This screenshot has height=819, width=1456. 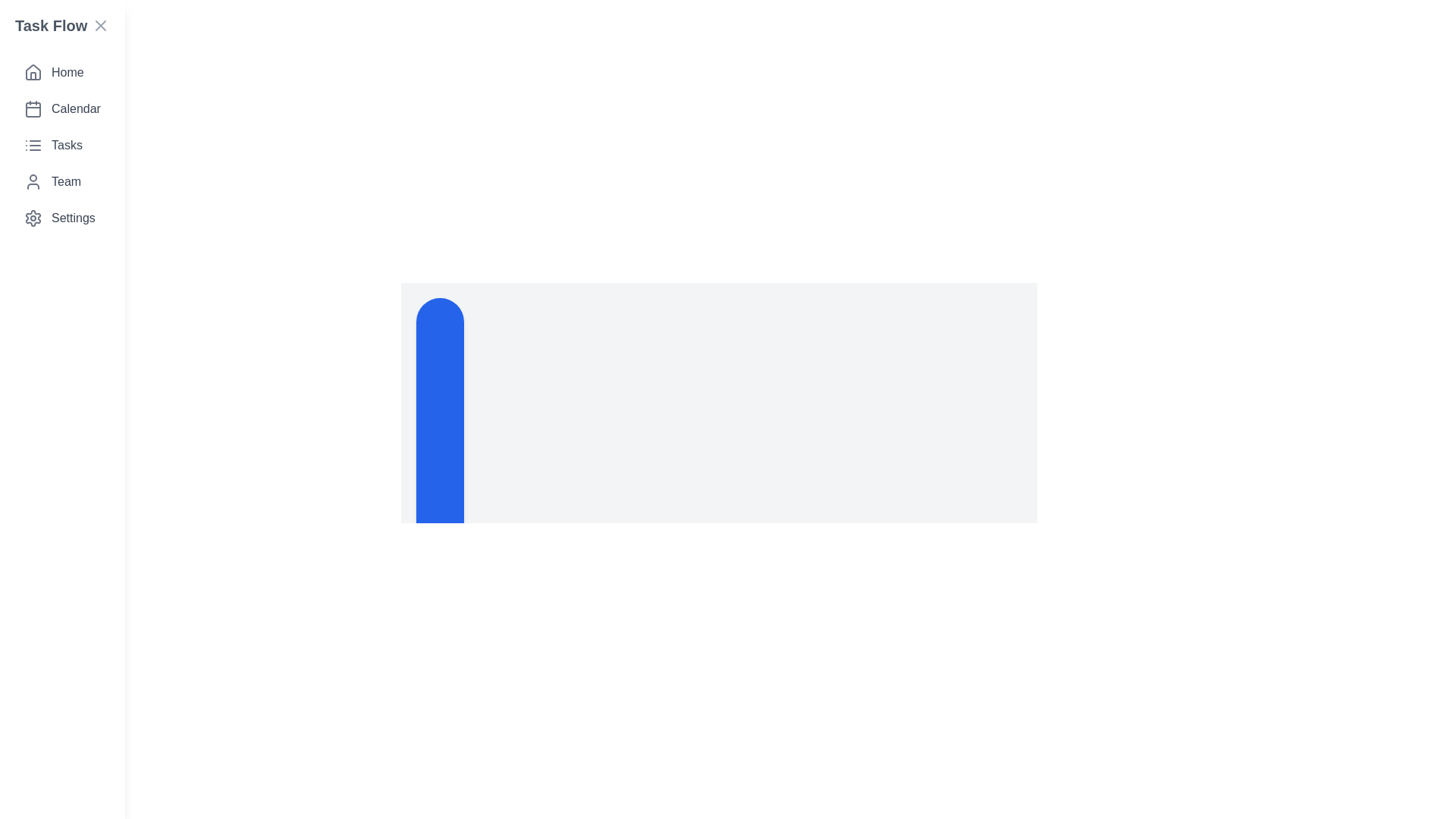 I want to click on the menu item corresponding to Settings to navigate to that section, so click(x=61, y=218).